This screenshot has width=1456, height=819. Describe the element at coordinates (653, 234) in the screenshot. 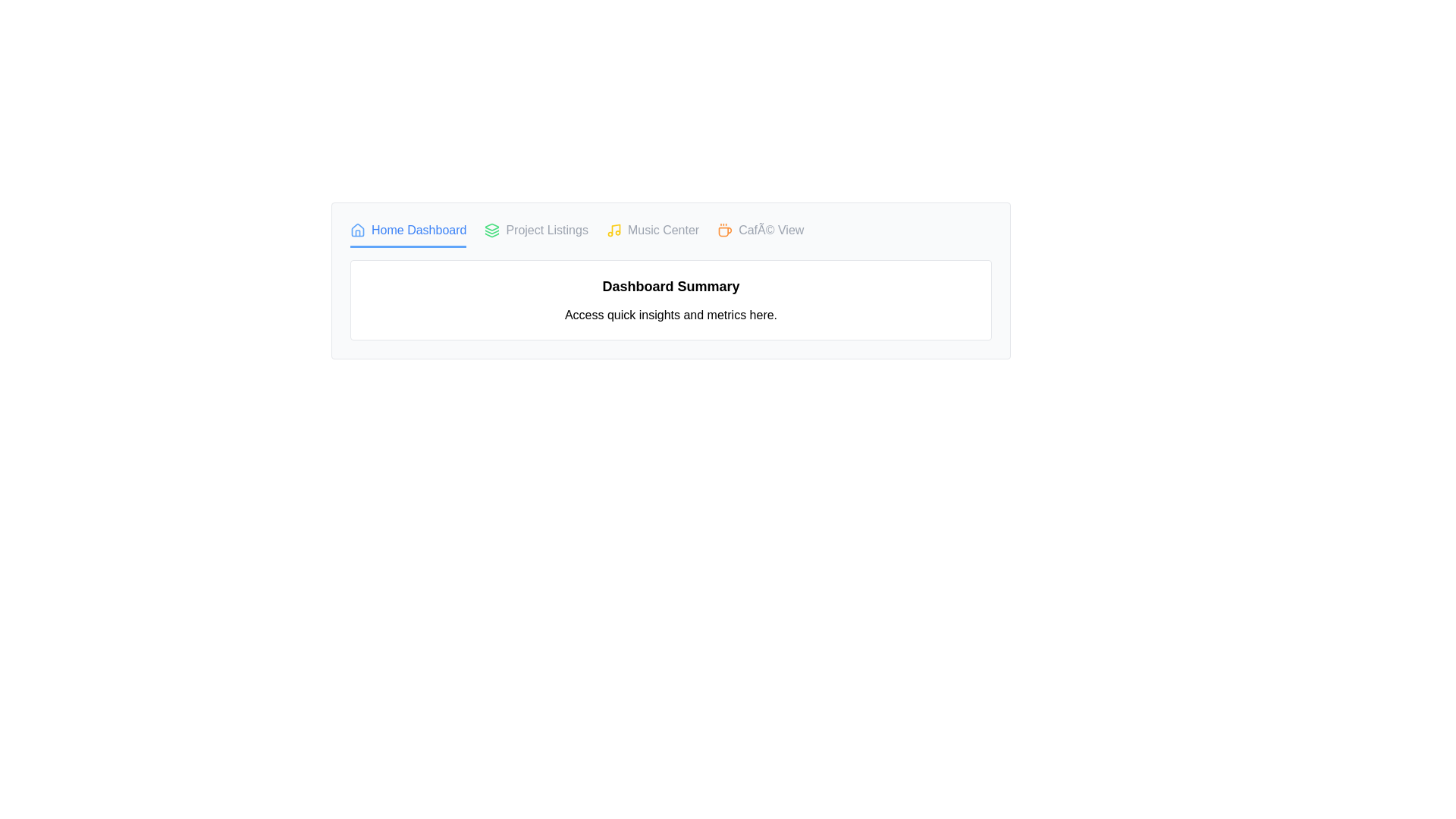

I see `the 'Music Center' navigation tab, which is the third item in the horizontal navigation menu` at that location.